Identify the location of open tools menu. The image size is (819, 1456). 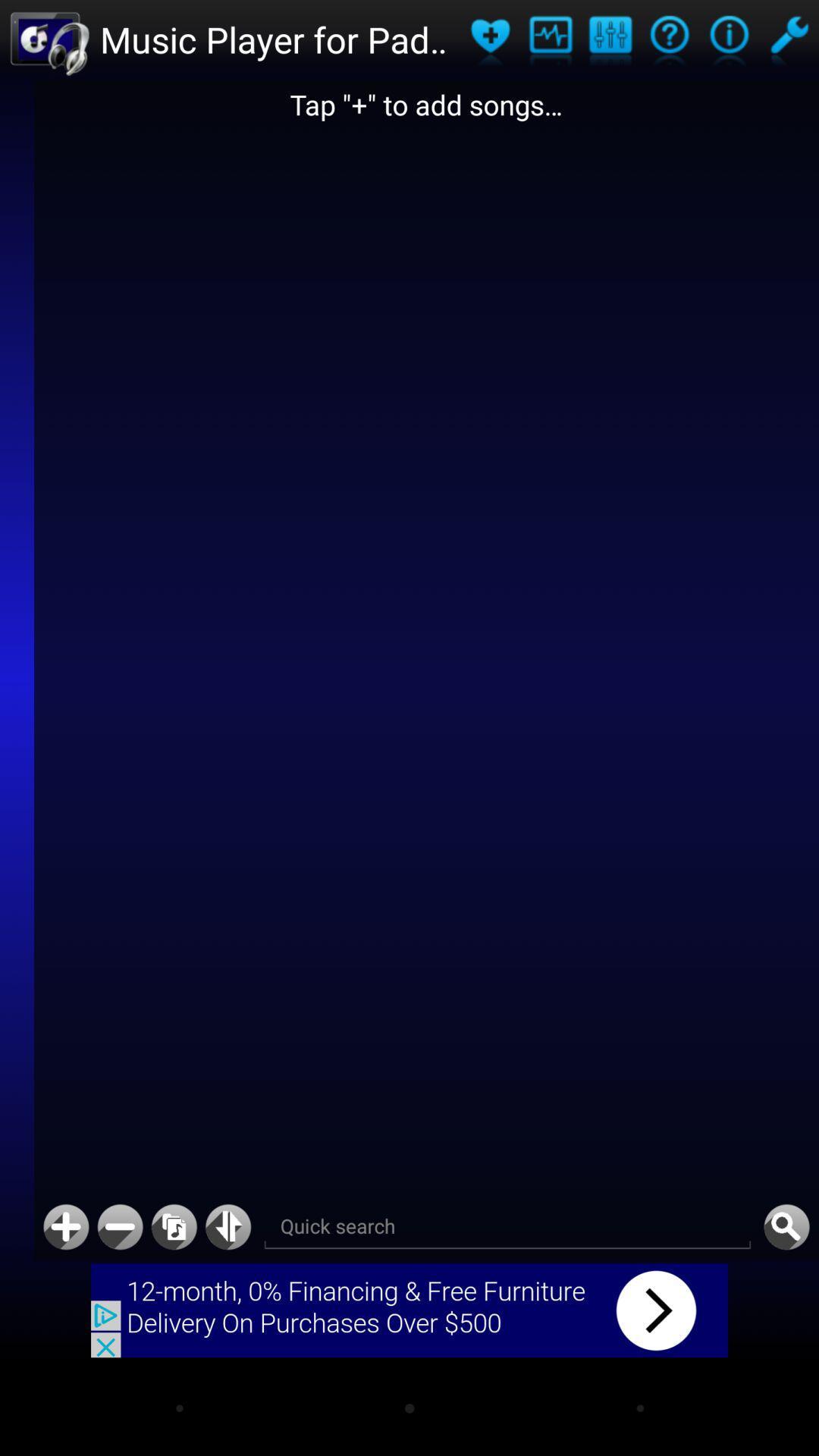
(788, 39).